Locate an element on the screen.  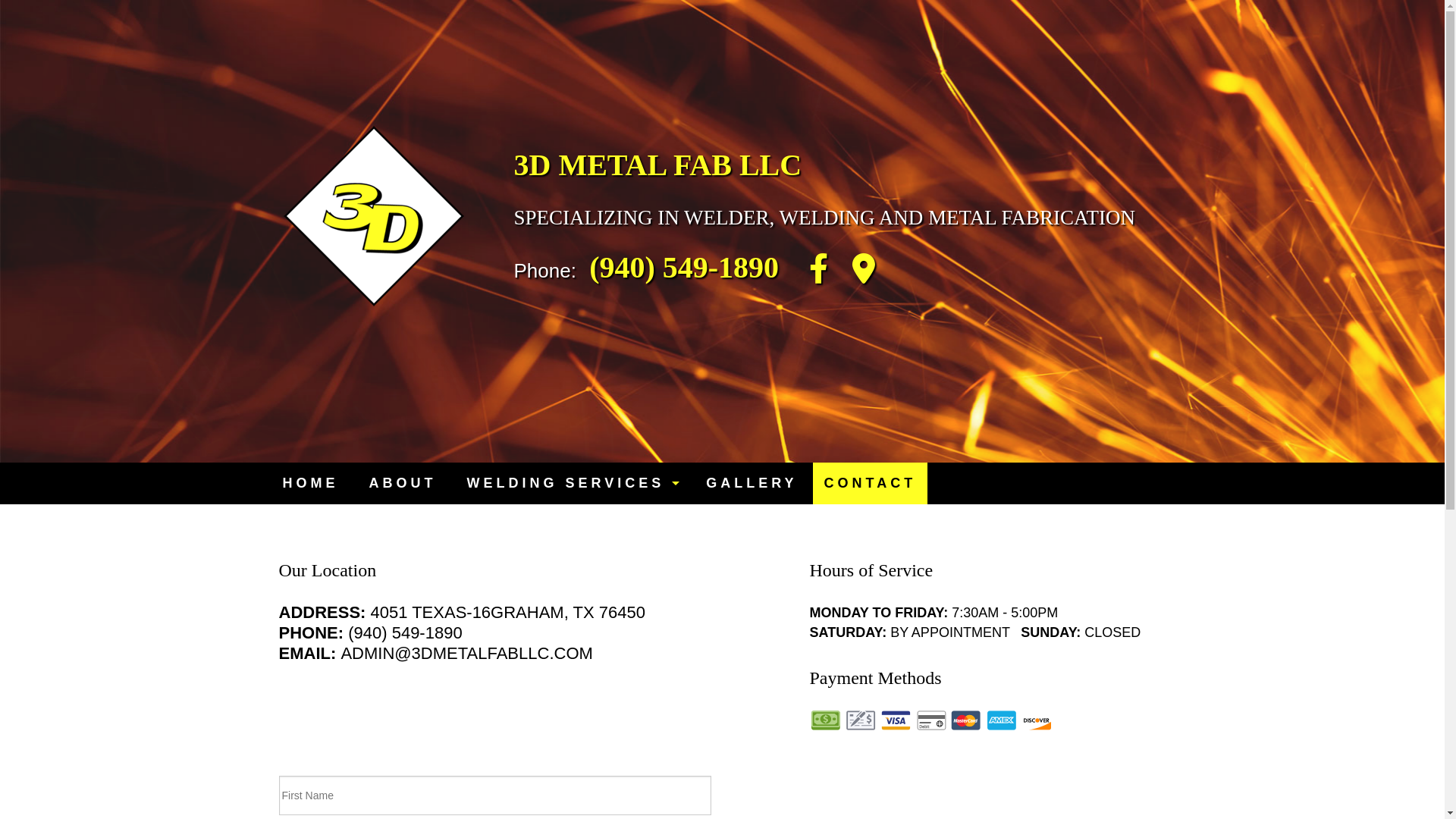
'3D METAL FAB LLC' is located at coordinates (658, 165).